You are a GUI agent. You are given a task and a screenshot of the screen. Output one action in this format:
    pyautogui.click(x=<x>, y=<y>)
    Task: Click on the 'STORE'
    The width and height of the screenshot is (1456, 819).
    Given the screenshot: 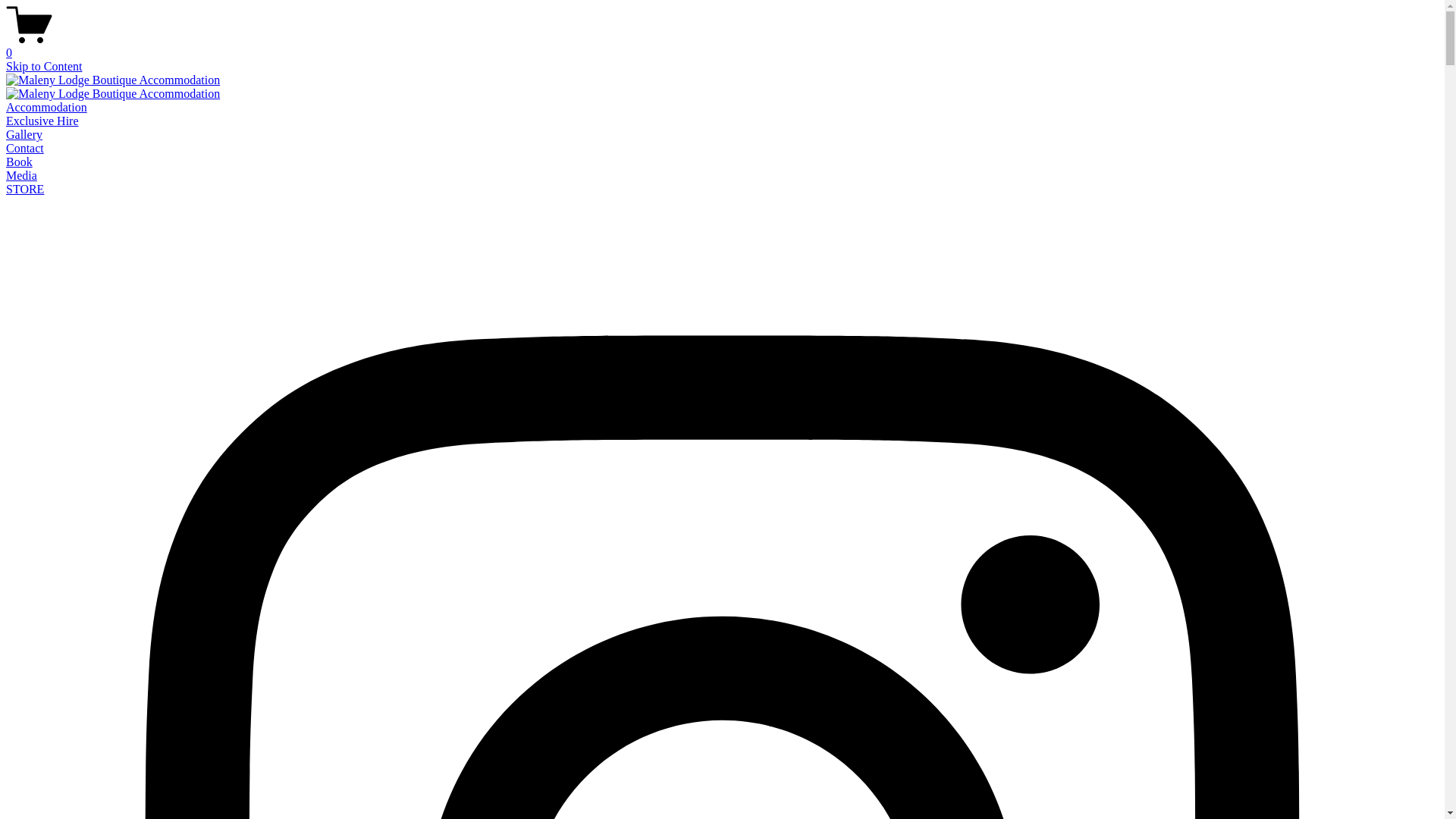 What is the action you would take?
    pyautogui.click(x=25, y=188)
    